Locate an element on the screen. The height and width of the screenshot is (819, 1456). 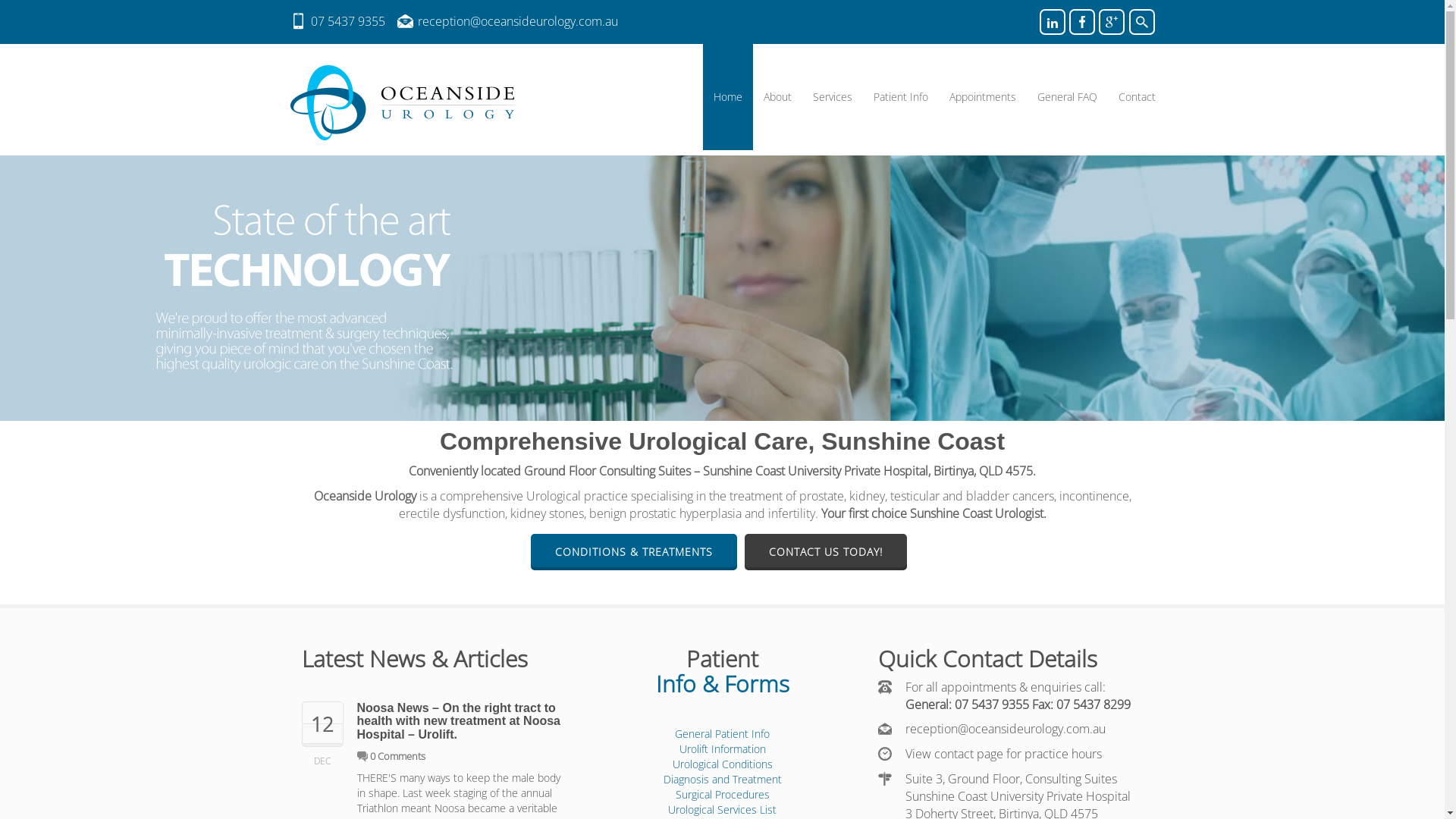
'Appointments' is located at coordinates (983, 96).